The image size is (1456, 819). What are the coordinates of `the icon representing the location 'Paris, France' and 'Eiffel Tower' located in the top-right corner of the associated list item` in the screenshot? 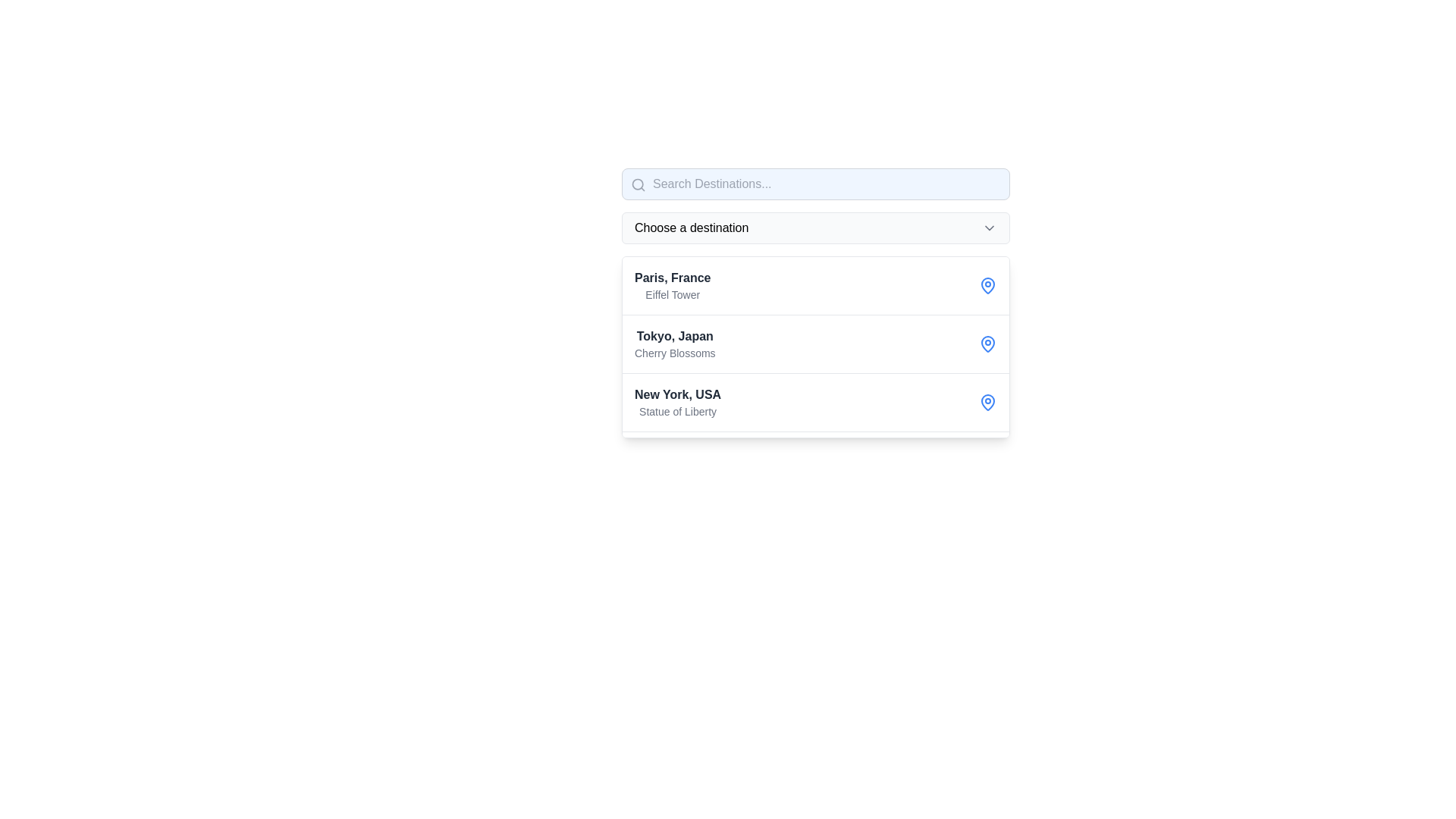 It's located at (987, 286).